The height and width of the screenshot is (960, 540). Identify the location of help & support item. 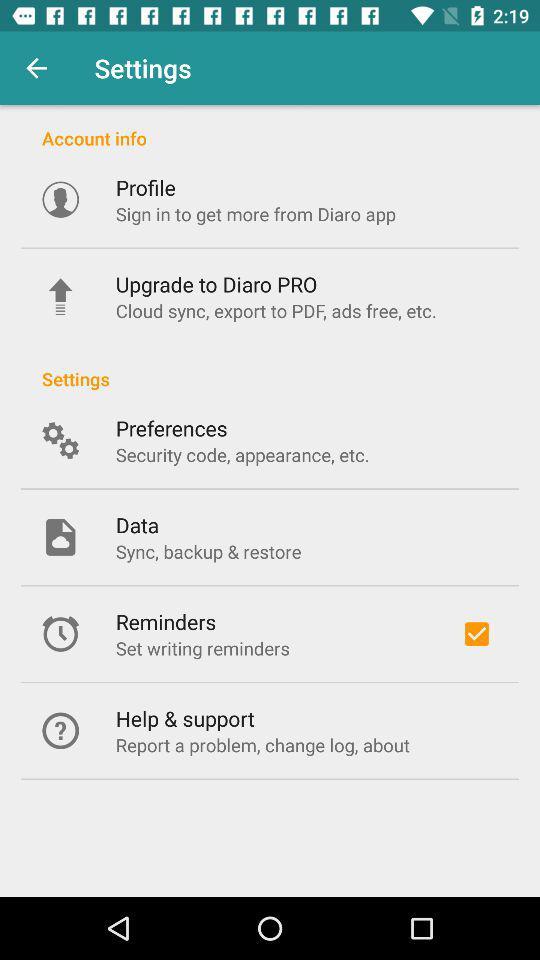
(185, 718).